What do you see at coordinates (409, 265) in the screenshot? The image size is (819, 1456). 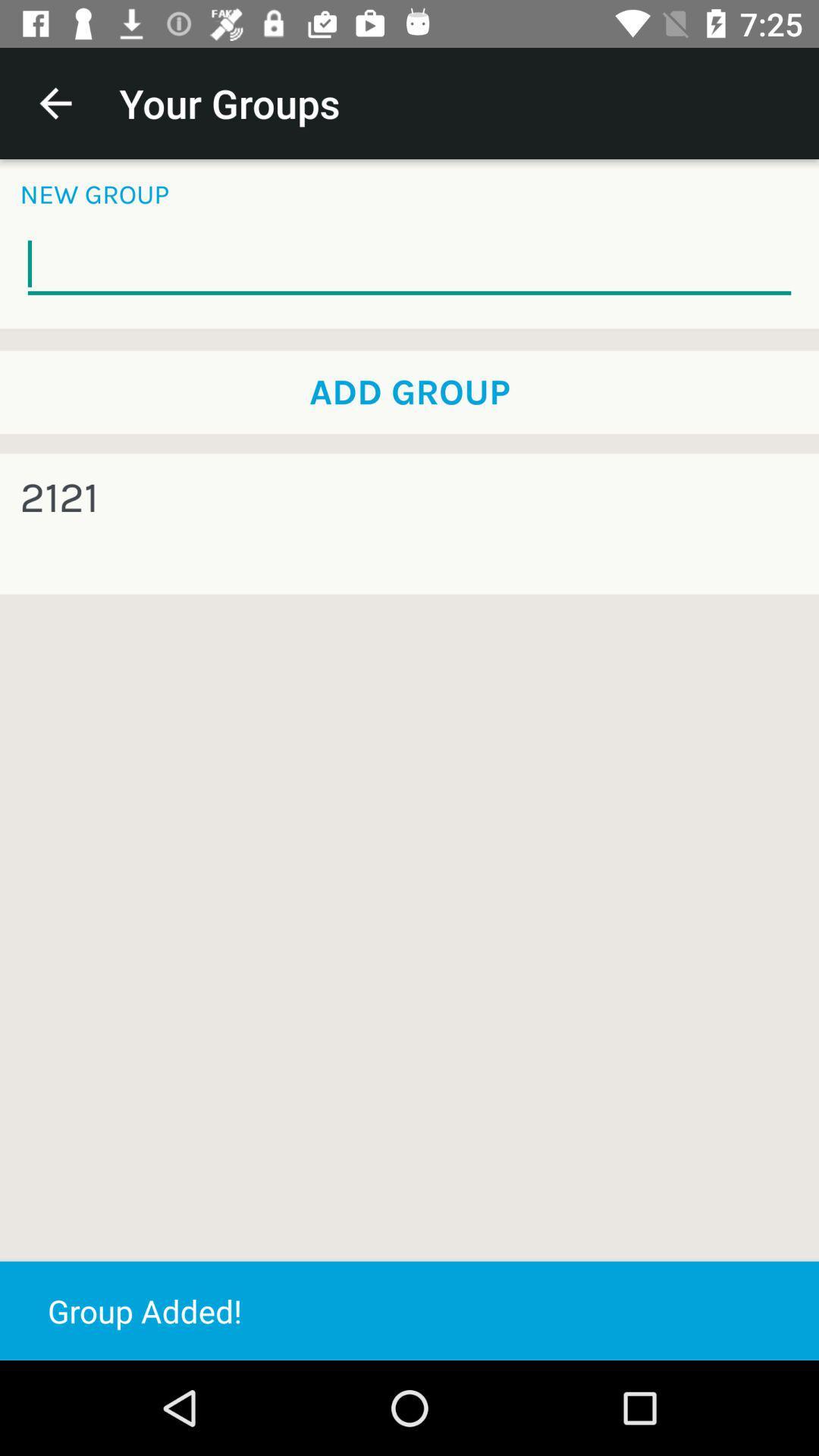 I see `a new group` at bounding box center [409, 265].